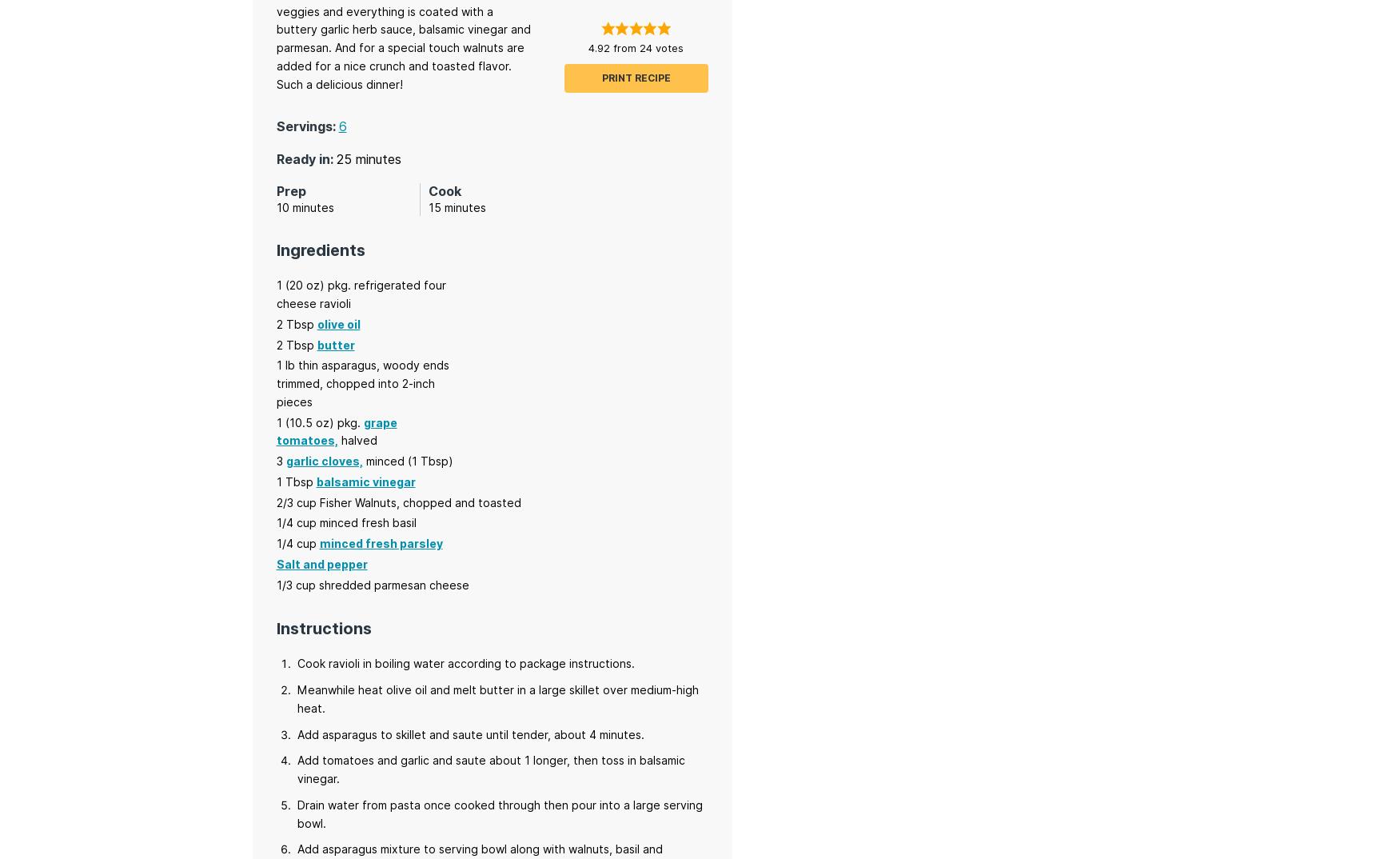  Describe the element at coordinates (461, 501) in the screenshot. I see `'chopped and toasted'` at that location.